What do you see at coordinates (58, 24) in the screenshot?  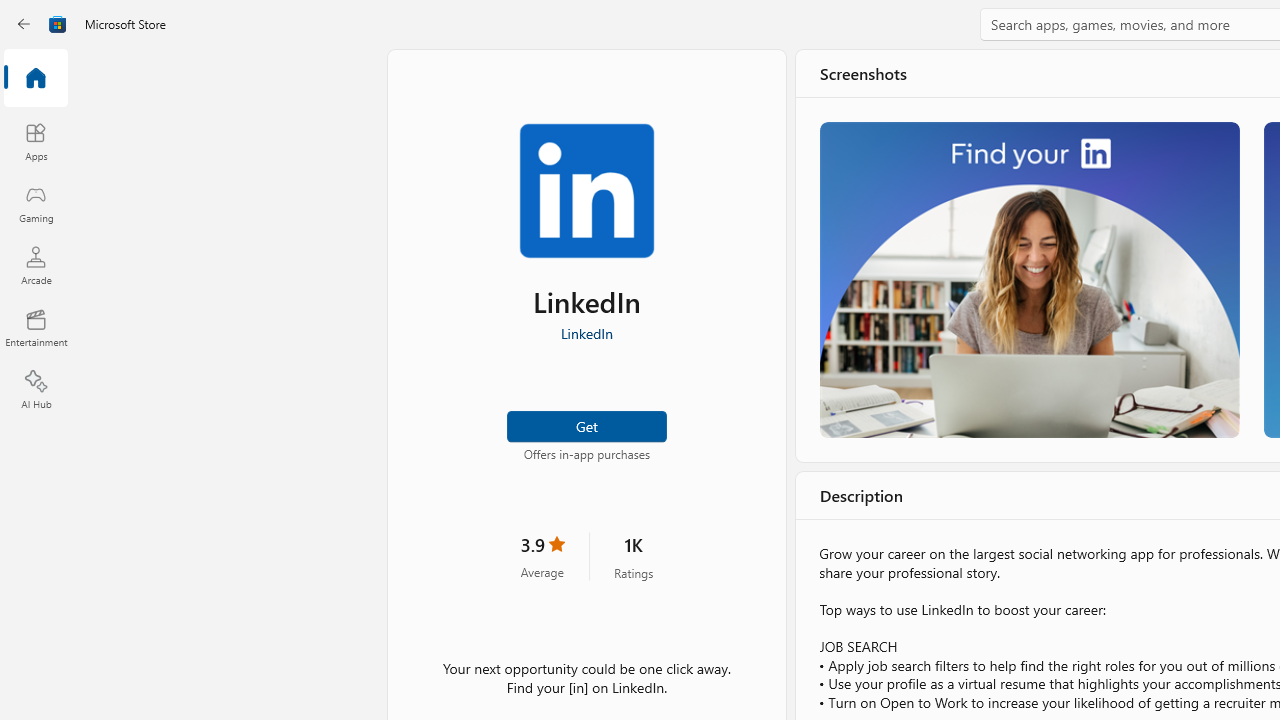 I see `'Class: Image'` at bounding box center [58, 24].